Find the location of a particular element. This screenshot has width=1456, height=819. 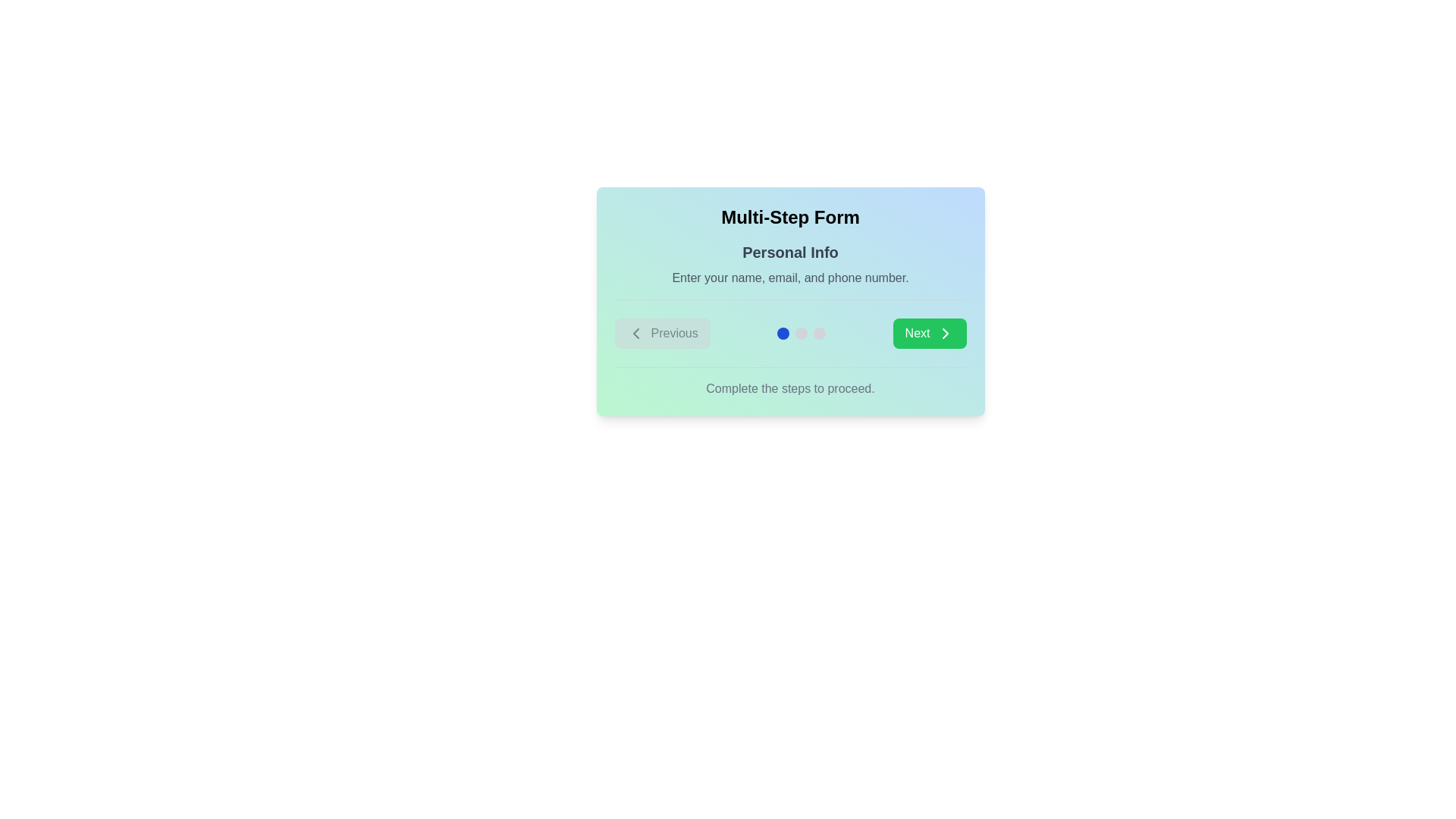

the first step indicator dot in the multi-step form, which visually signals the current step of the user is located at coordinates (783, 332).